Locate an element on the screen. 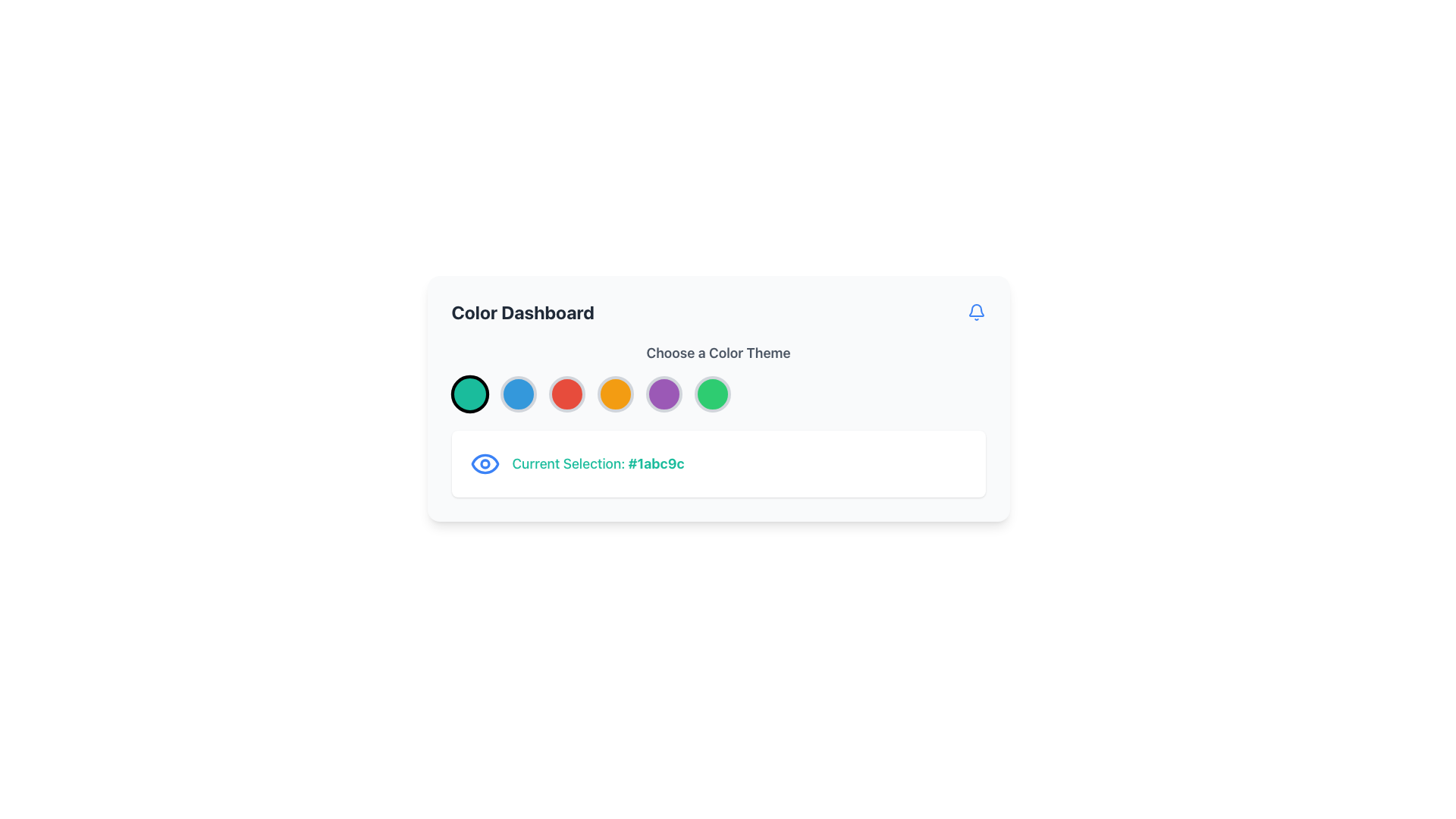 This screenshot has width=1456, height=819. the third circular button that allows the user to select a red color theme, located under the 'Choose a Color Theme' label is located at coordinates (566, 394).